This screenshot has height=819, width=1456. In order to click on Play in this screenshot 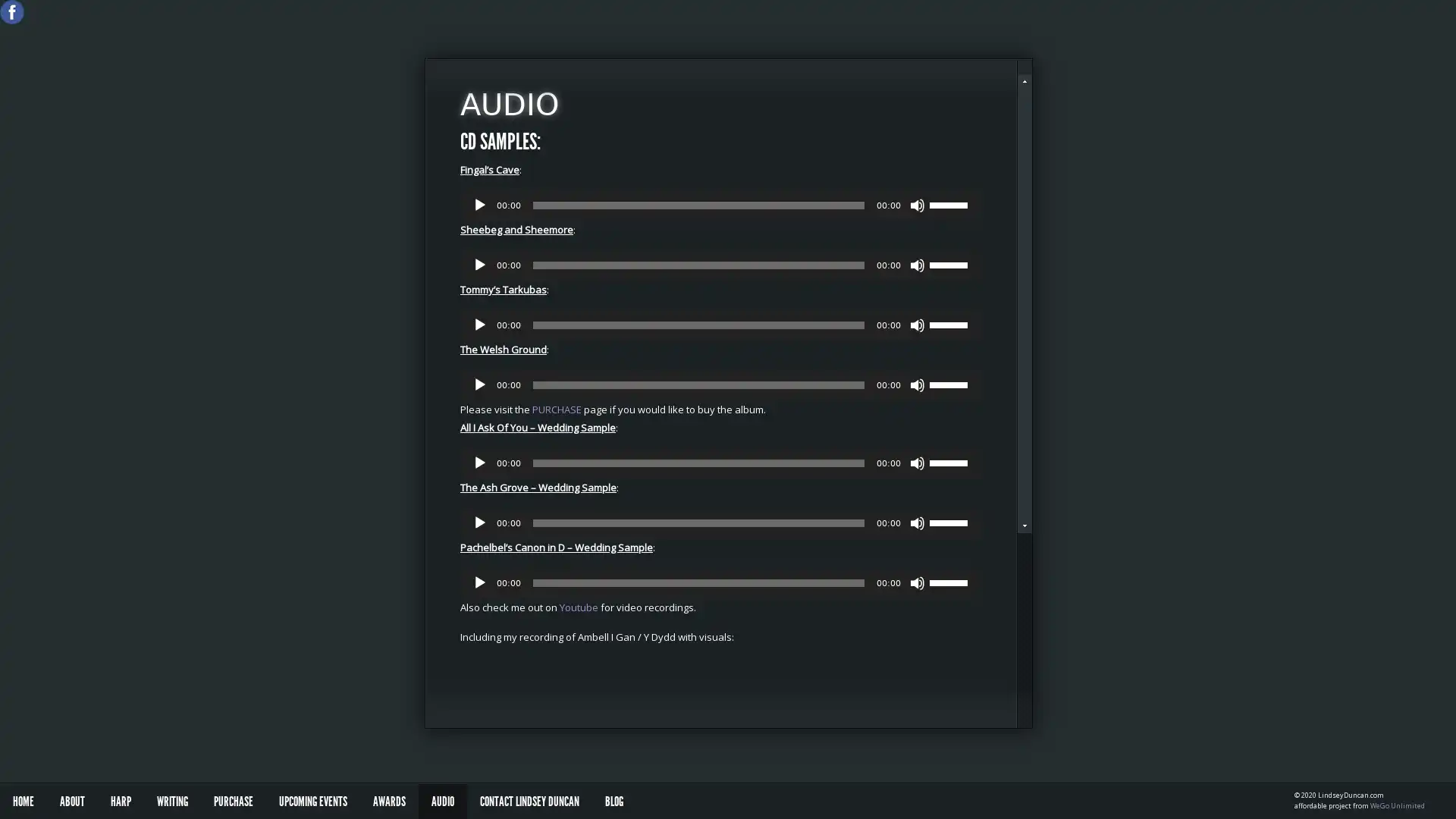, I will do `click(479, 324)`.